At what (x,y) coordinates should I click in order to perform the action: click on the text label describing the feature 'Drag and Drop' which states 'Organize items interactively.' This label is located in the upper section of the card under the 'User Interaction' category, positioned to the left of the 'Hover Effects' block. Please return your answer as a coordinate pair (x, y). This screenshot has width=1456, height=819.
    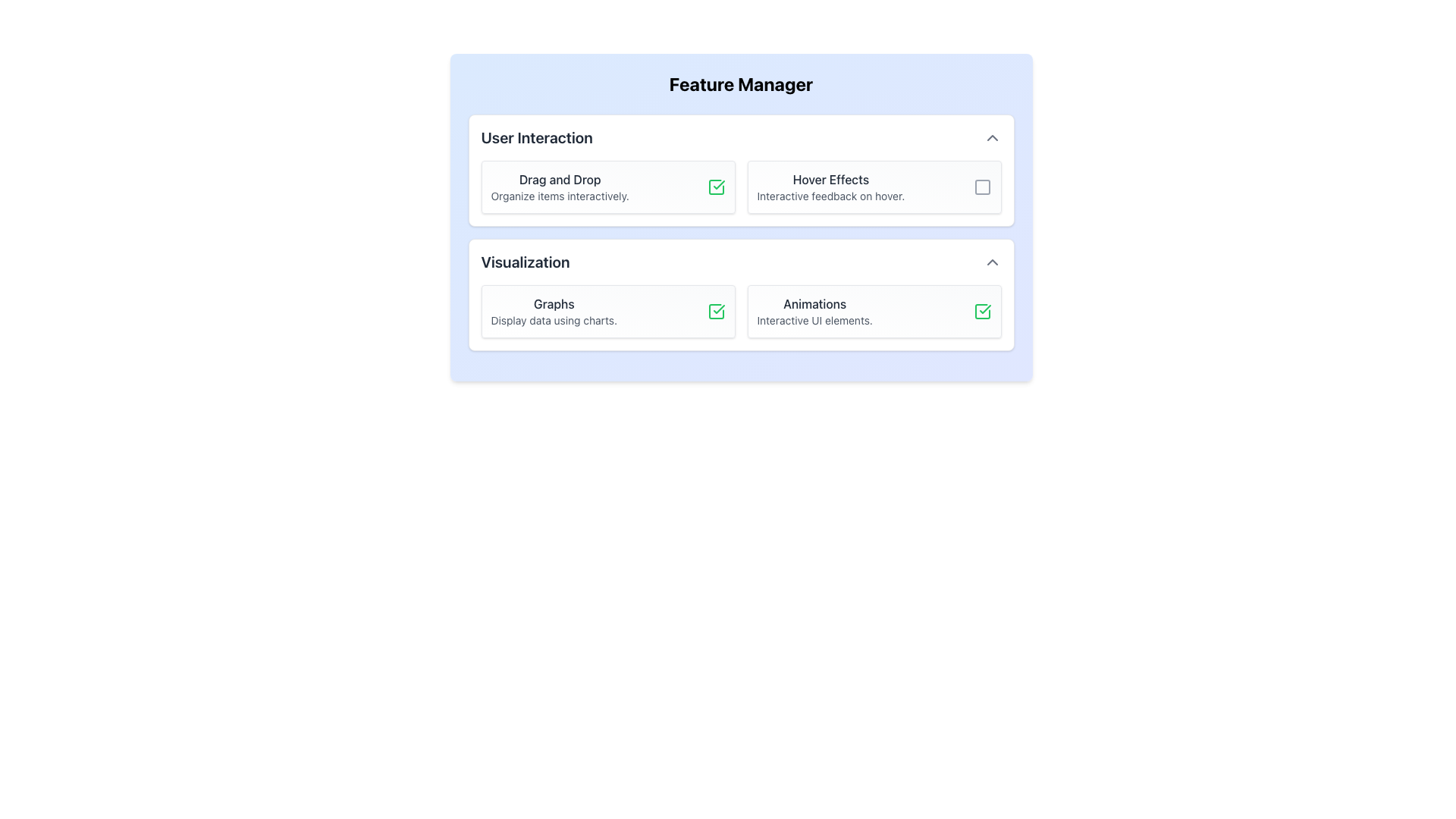
    Looking at the image, I should click on (559, 186).